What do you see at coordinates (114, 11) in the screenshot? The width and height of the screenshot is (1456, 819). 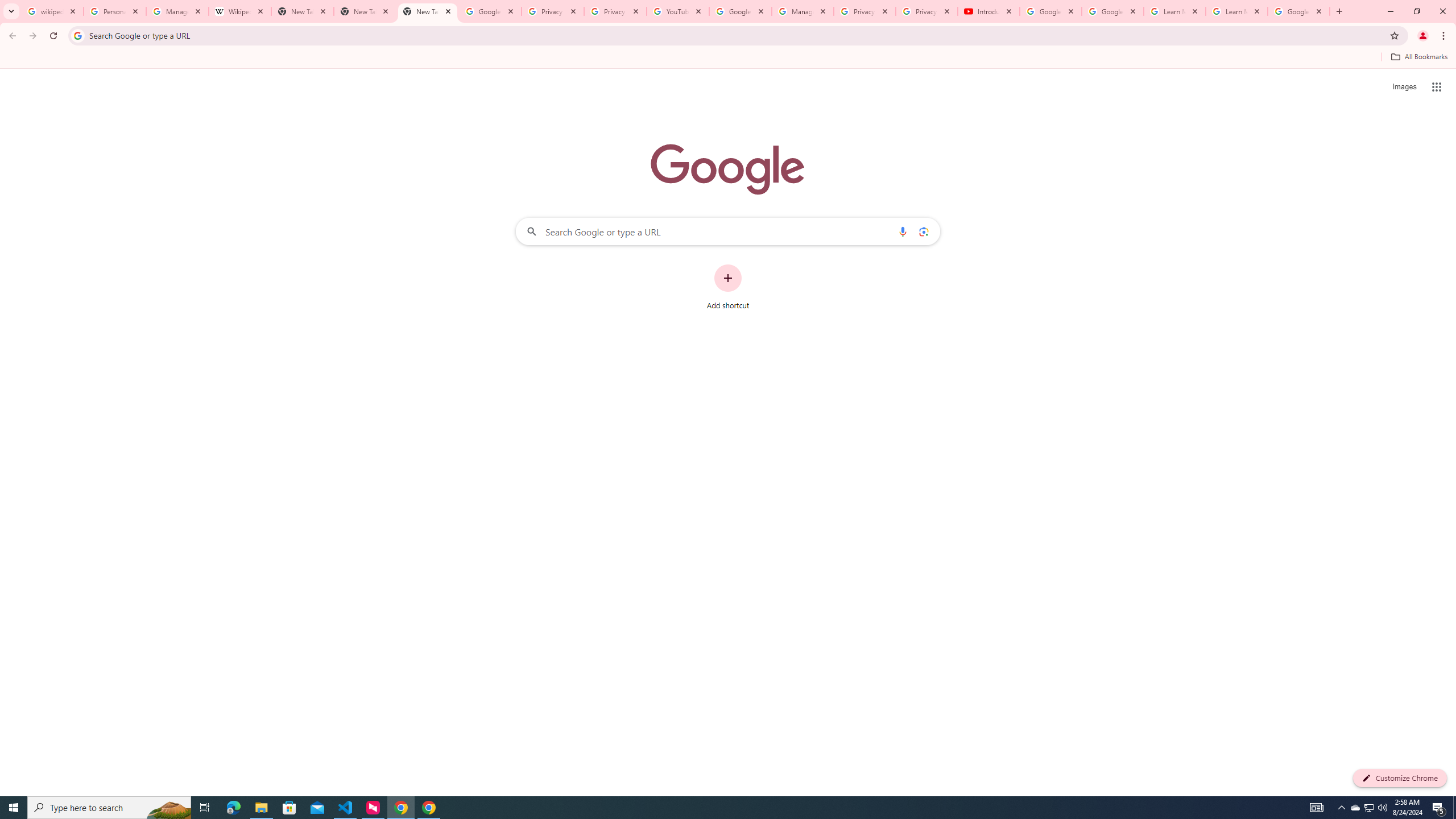 I see `'Personalization & Google Search results - Google Search Help'` at bounding box center [114, 11].